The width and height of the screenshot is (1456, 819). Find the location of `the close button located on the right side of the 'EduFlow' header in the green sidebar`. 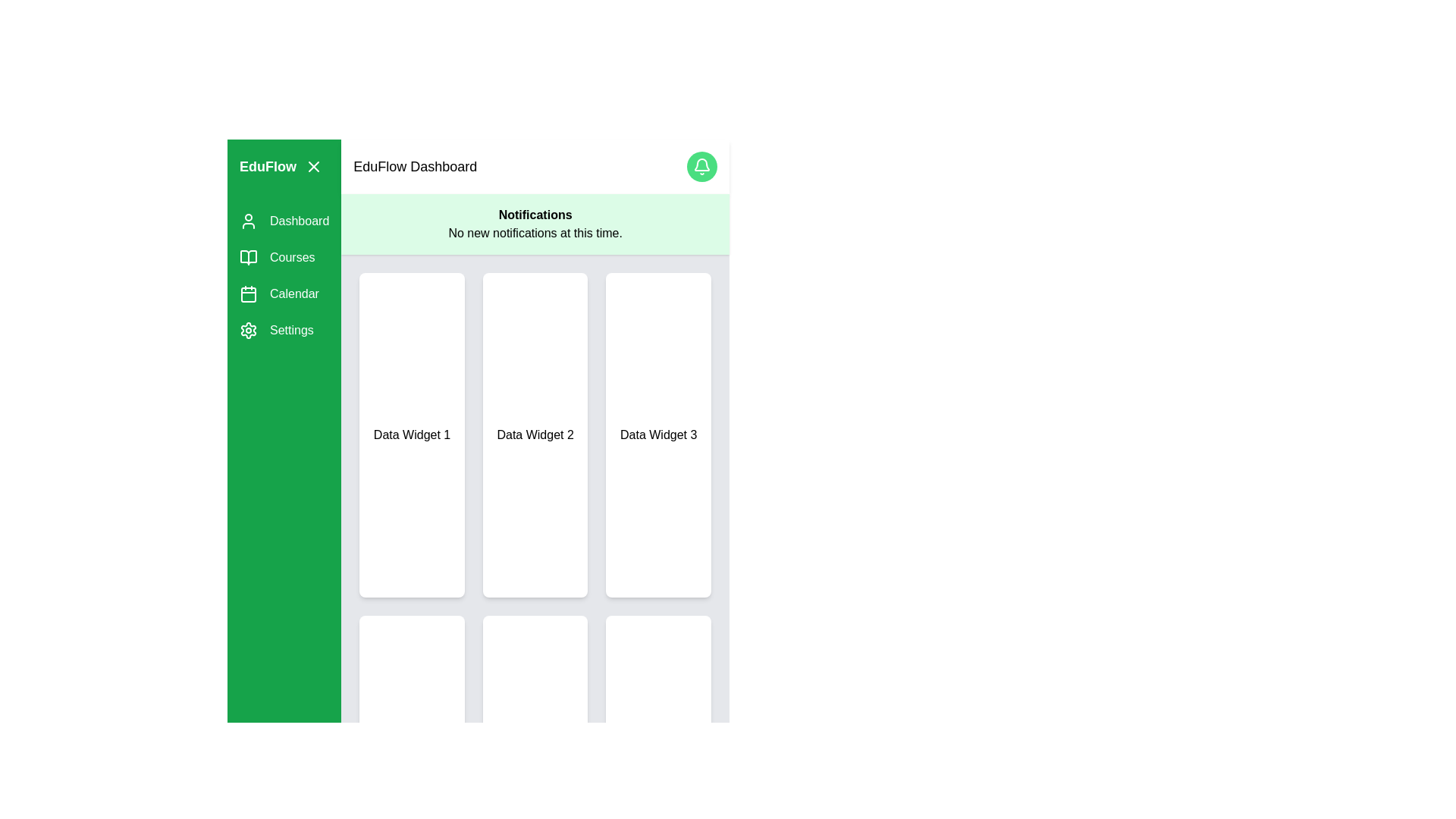

the close button located on the right side of the 'EduFlow' header in the green sidebar is located at coordinates (313, 166).